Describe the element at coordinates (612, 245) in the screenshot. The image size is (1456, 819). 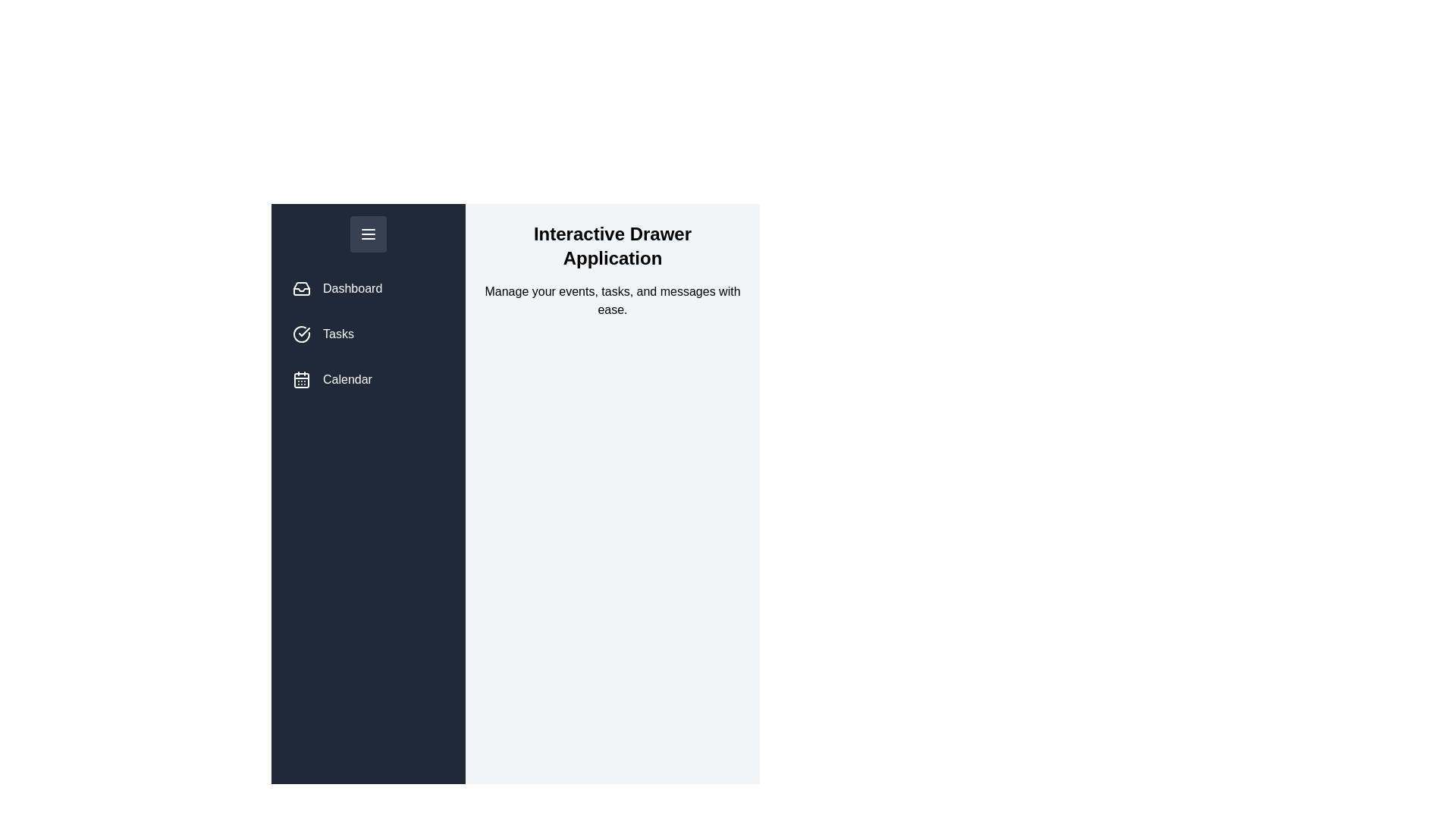
I see `the main header text at the top-center of the application interface, which introduces the functionality of the application` at that location.